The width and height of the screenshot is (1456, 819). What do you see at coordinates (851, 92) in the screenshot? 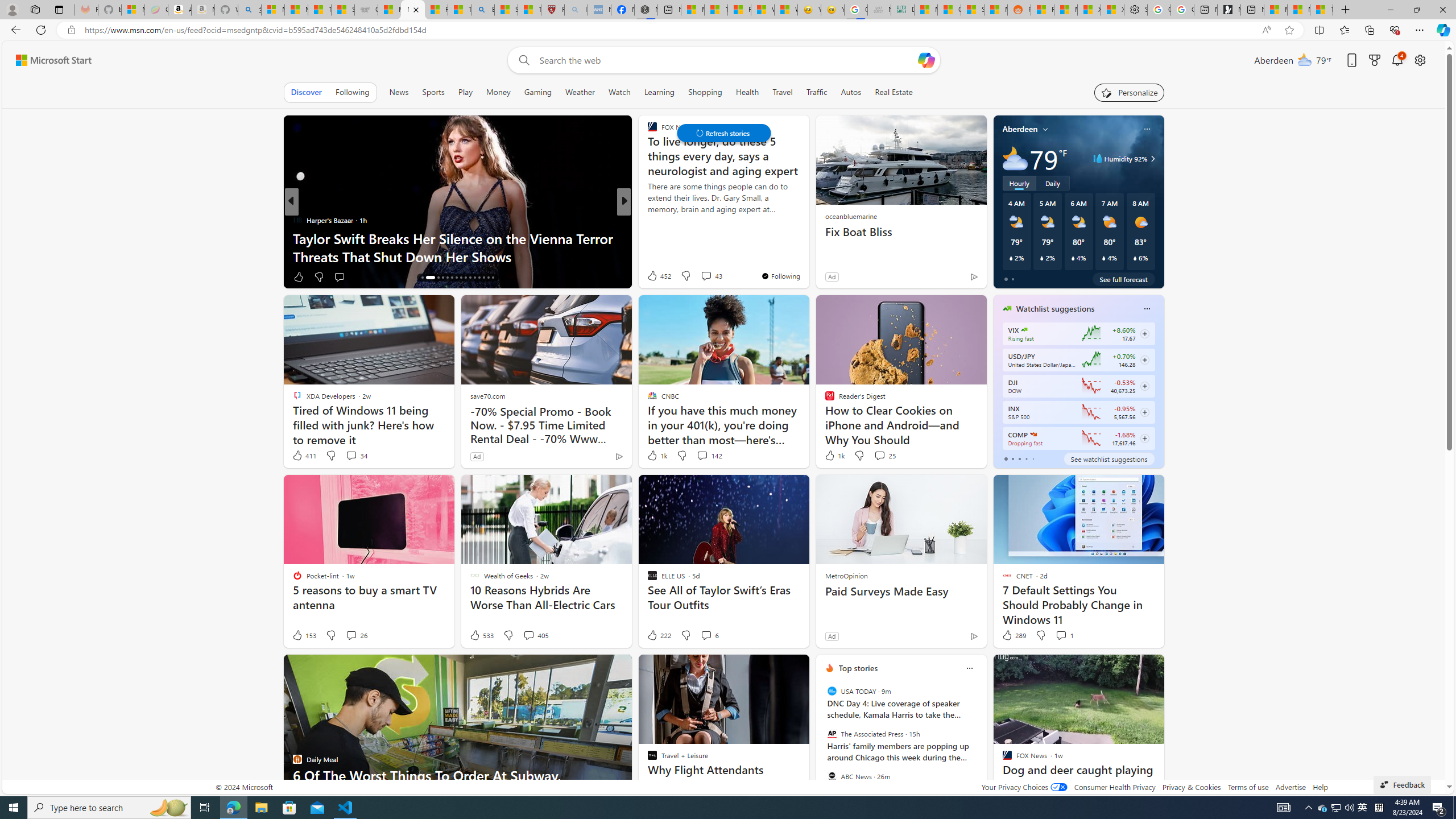
I see `'Autos'` at bounding box center [851, 92].